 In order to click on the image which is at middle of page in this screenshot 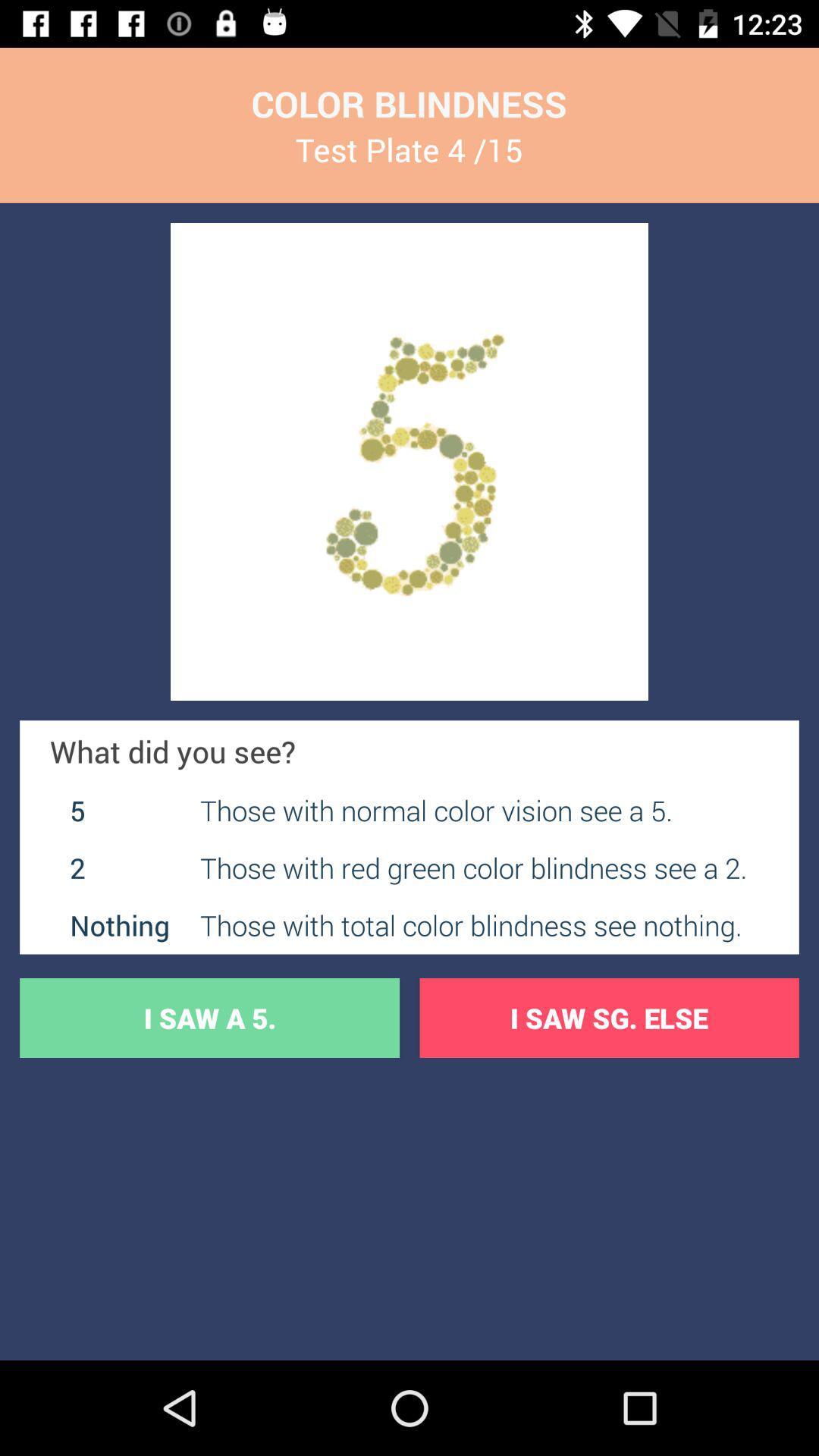, I will do `click(409, 461)`.